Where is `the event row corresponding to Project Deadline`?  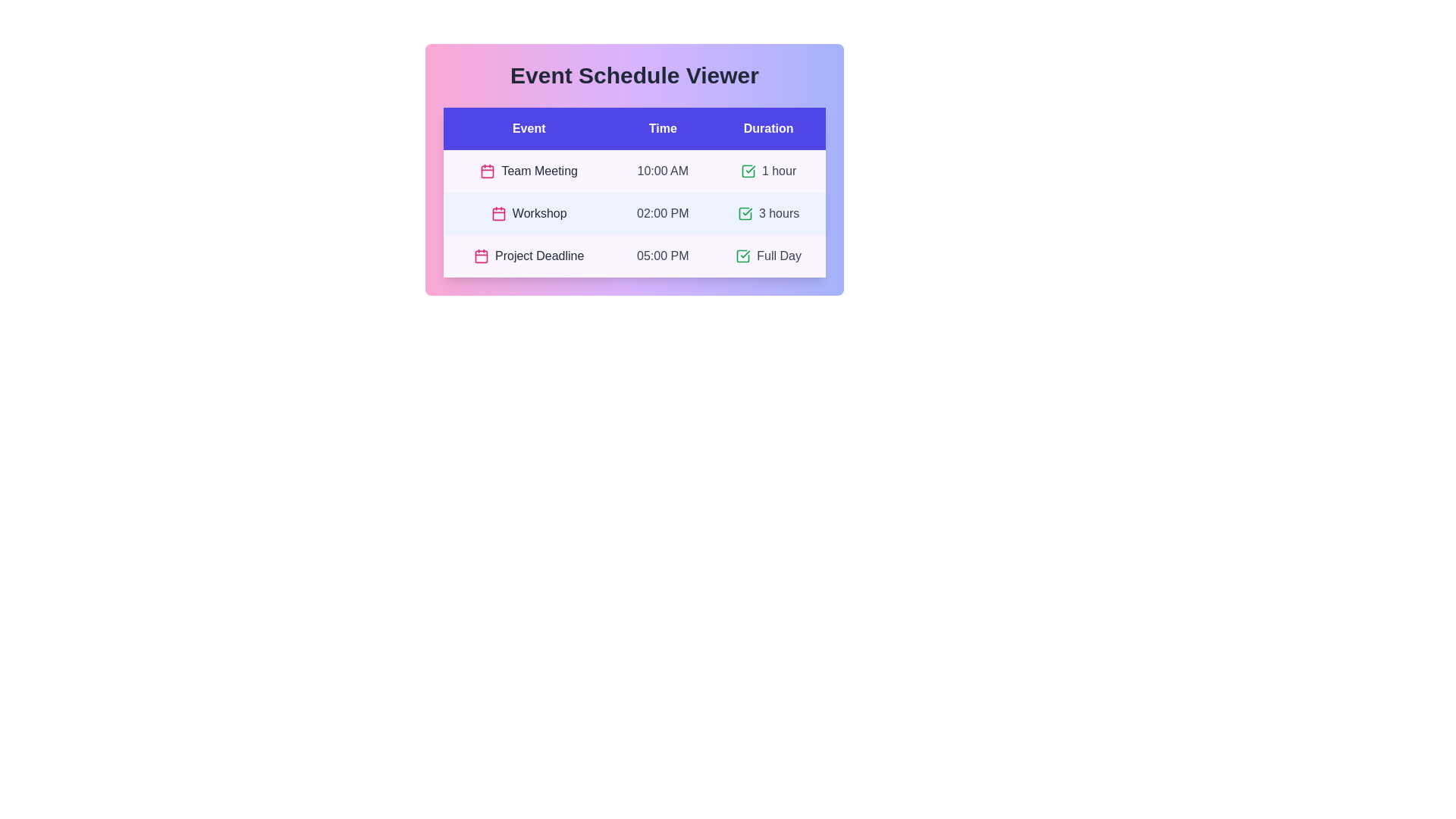 the event row corresponding to Project Deadline is located at coordinates (634, 256).